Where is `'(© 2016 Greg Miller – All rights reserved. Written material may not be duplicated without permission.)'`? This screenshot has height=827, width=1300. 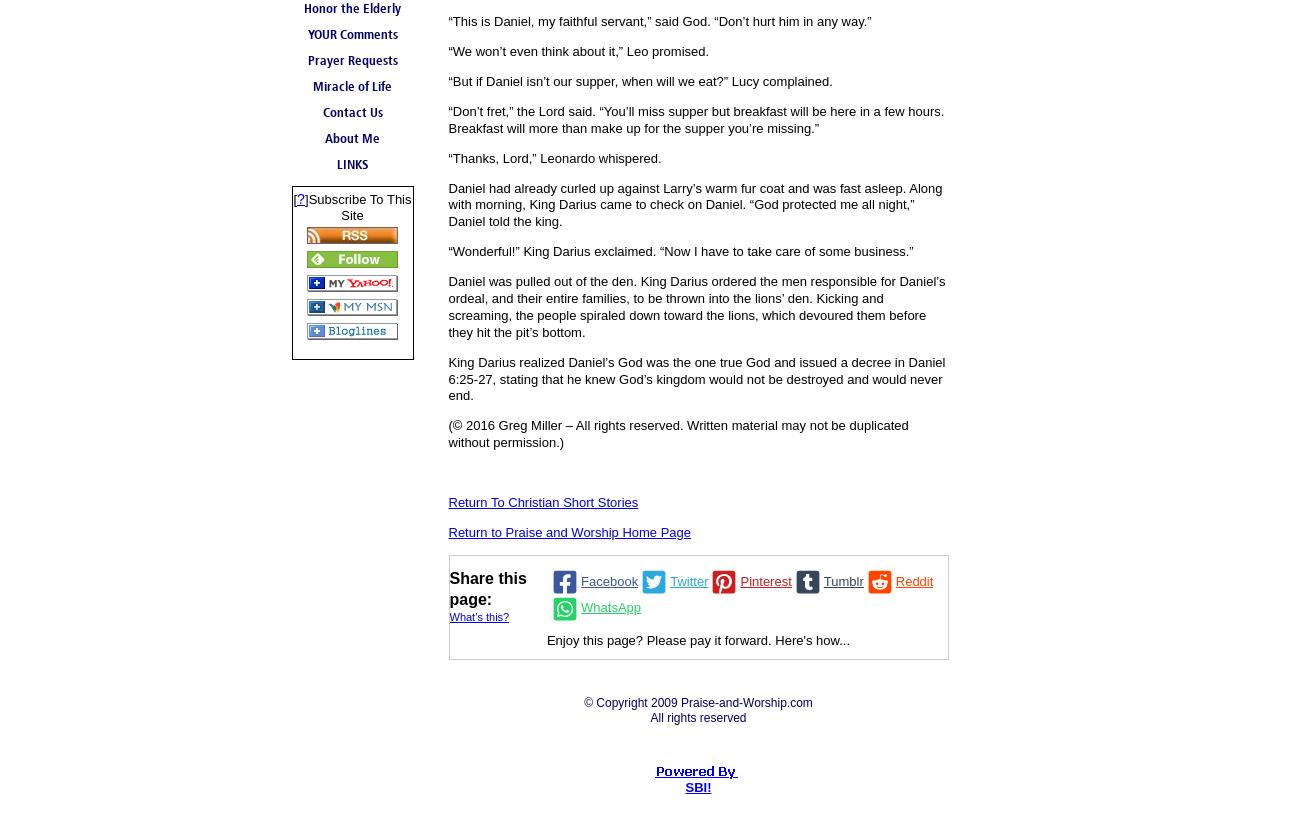
'(© 2016 Greg Miller – All rights reserved. Written material may not be duplicated without permission.)' is located at coordinates (446, 433).